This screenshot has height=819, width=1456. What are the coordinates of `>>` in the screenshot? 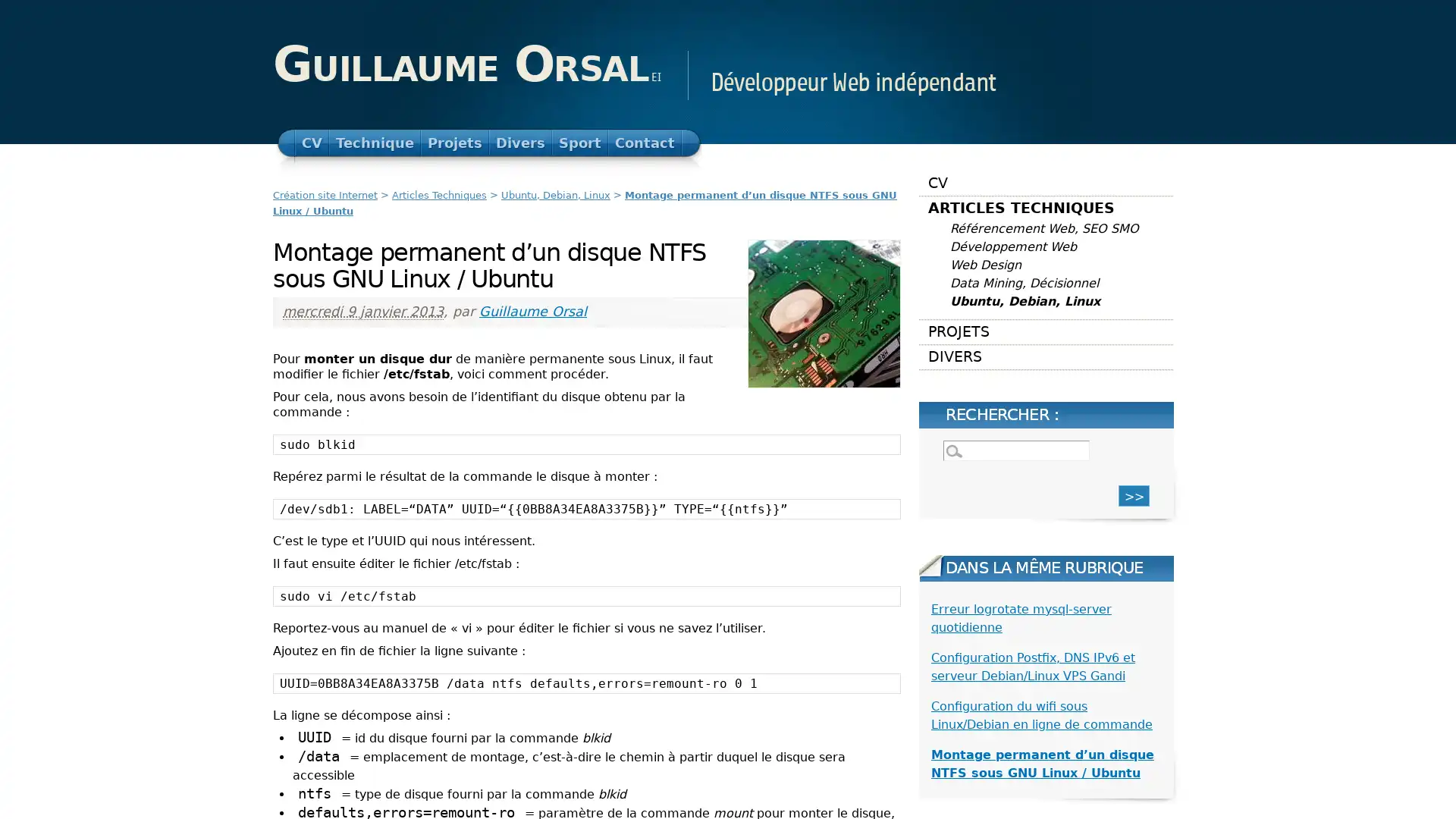 It's located at (1134, 495).